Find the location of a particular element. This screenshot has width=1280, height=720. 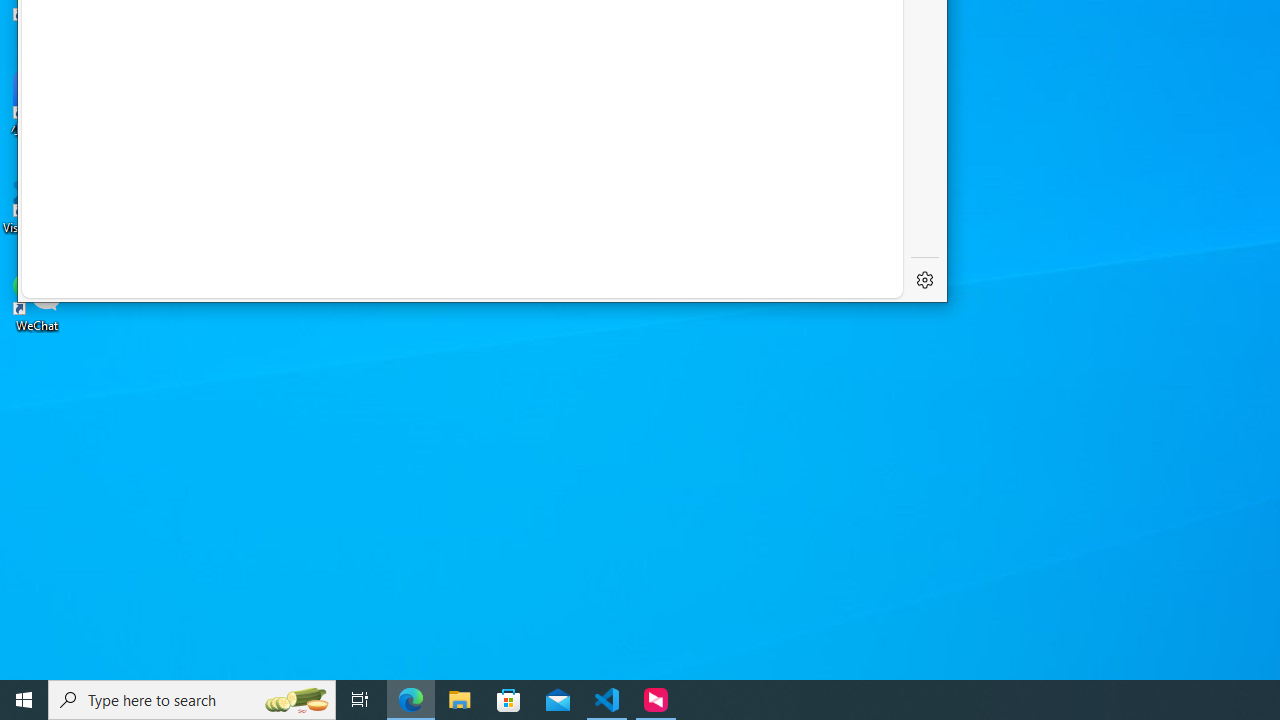

'Task View' is located at coordinates (359, 698).